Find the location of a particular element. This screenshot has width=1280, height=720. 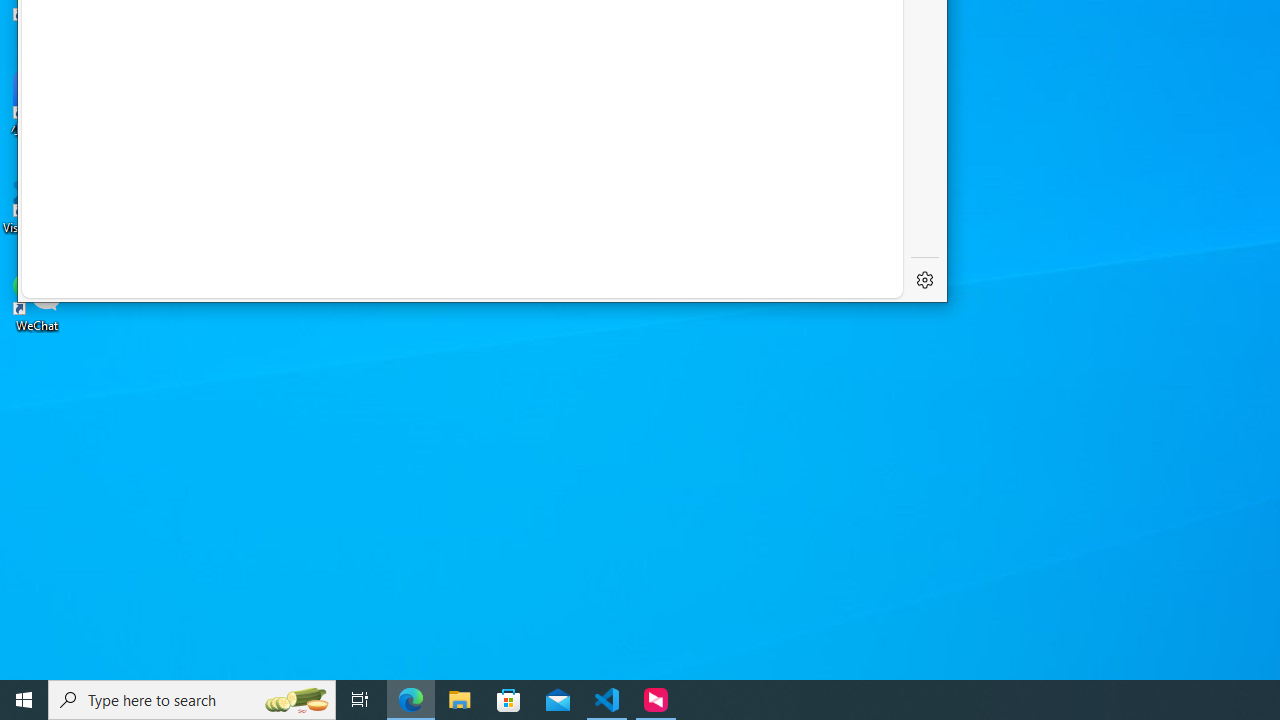

'Task View' is located at coordinates (359, 698).